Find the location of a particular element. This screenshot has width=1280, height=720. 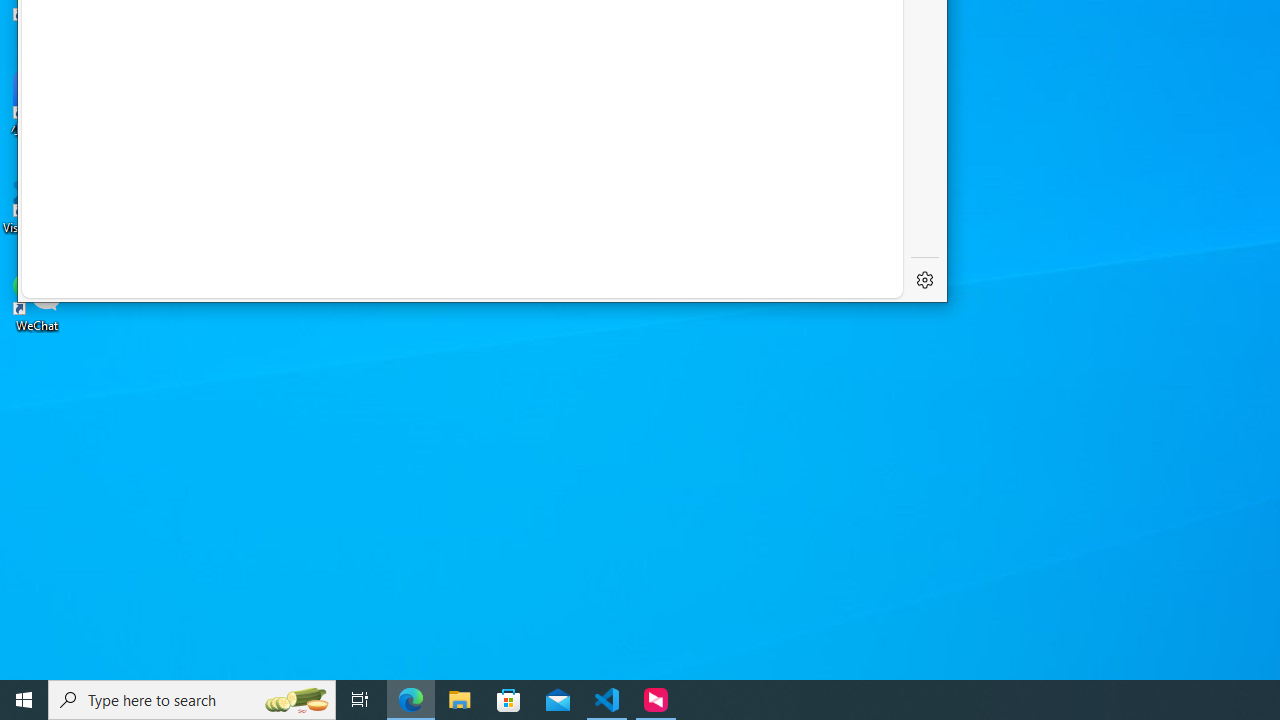

'Task View' is located at coordinates (359, 698).